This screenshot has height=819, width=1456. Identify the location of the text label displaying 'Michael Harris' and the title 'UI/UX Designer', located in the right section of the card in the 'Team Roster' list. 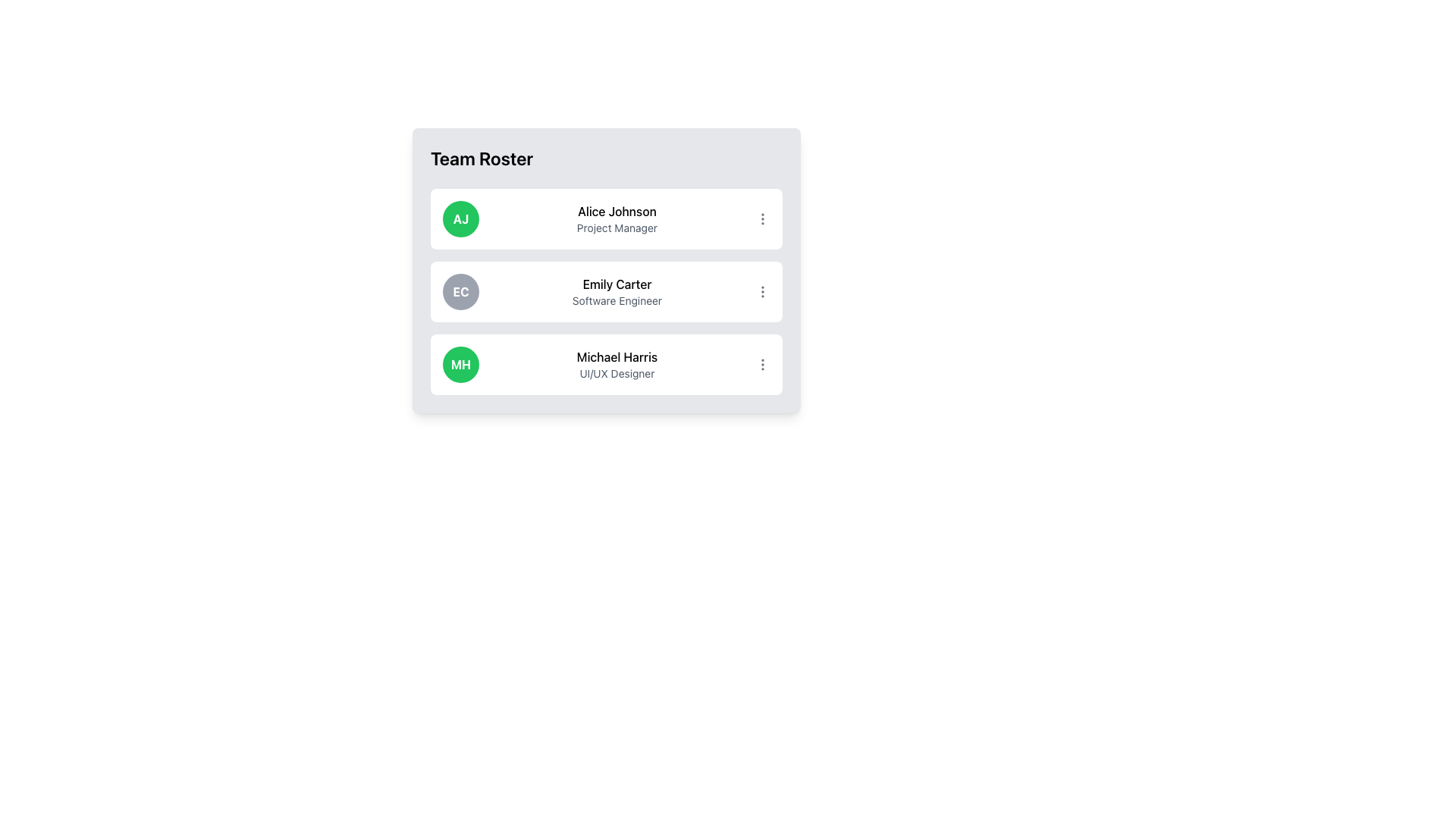
(617, 365).